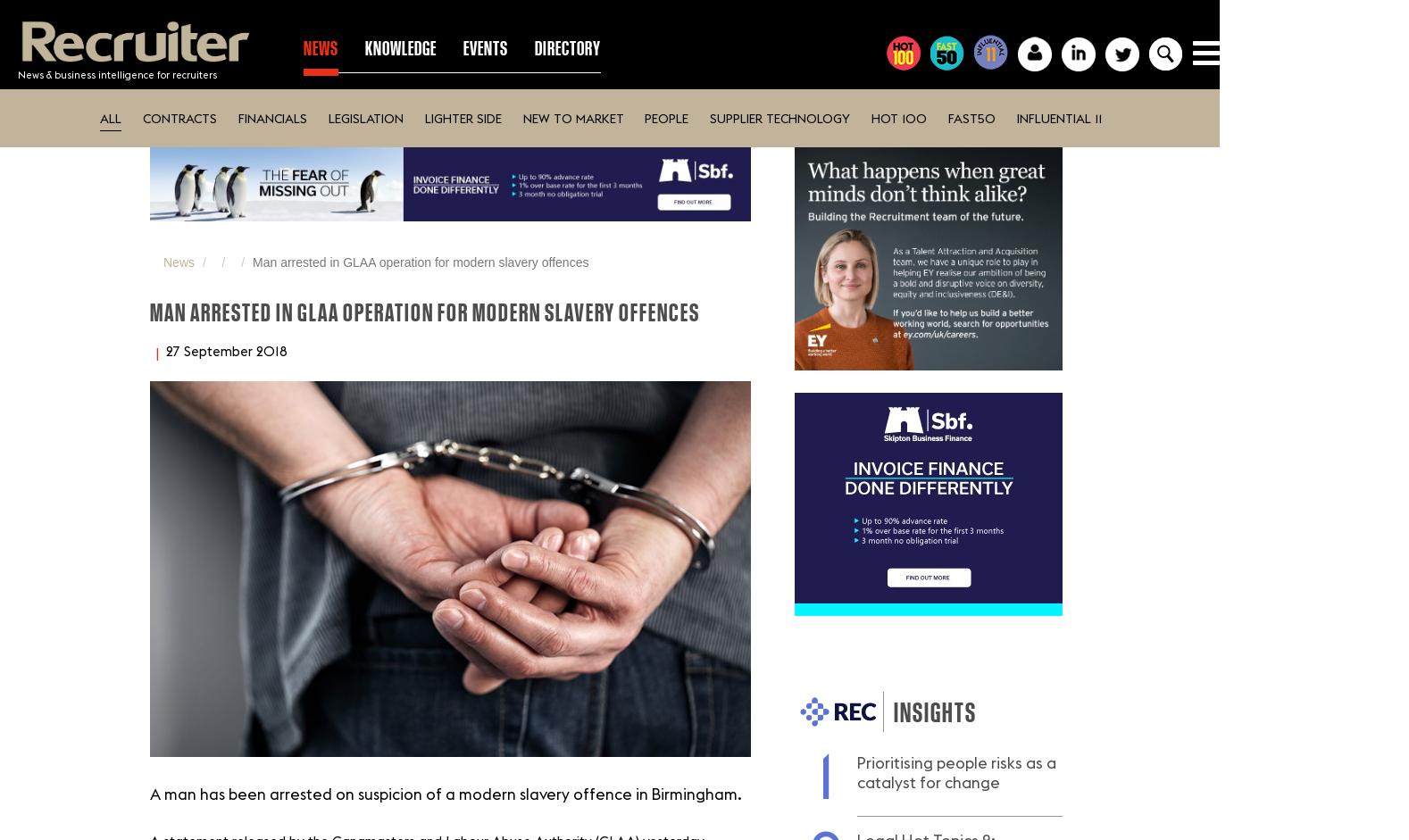 This screenshot has width=1409, height=840. What do you see at coordinates (149, 794) in the screenshot?
I see `'A man has been arrested on suspicion of a modern slavery offence in Birmingham.'` at bounding box center [149, 794].